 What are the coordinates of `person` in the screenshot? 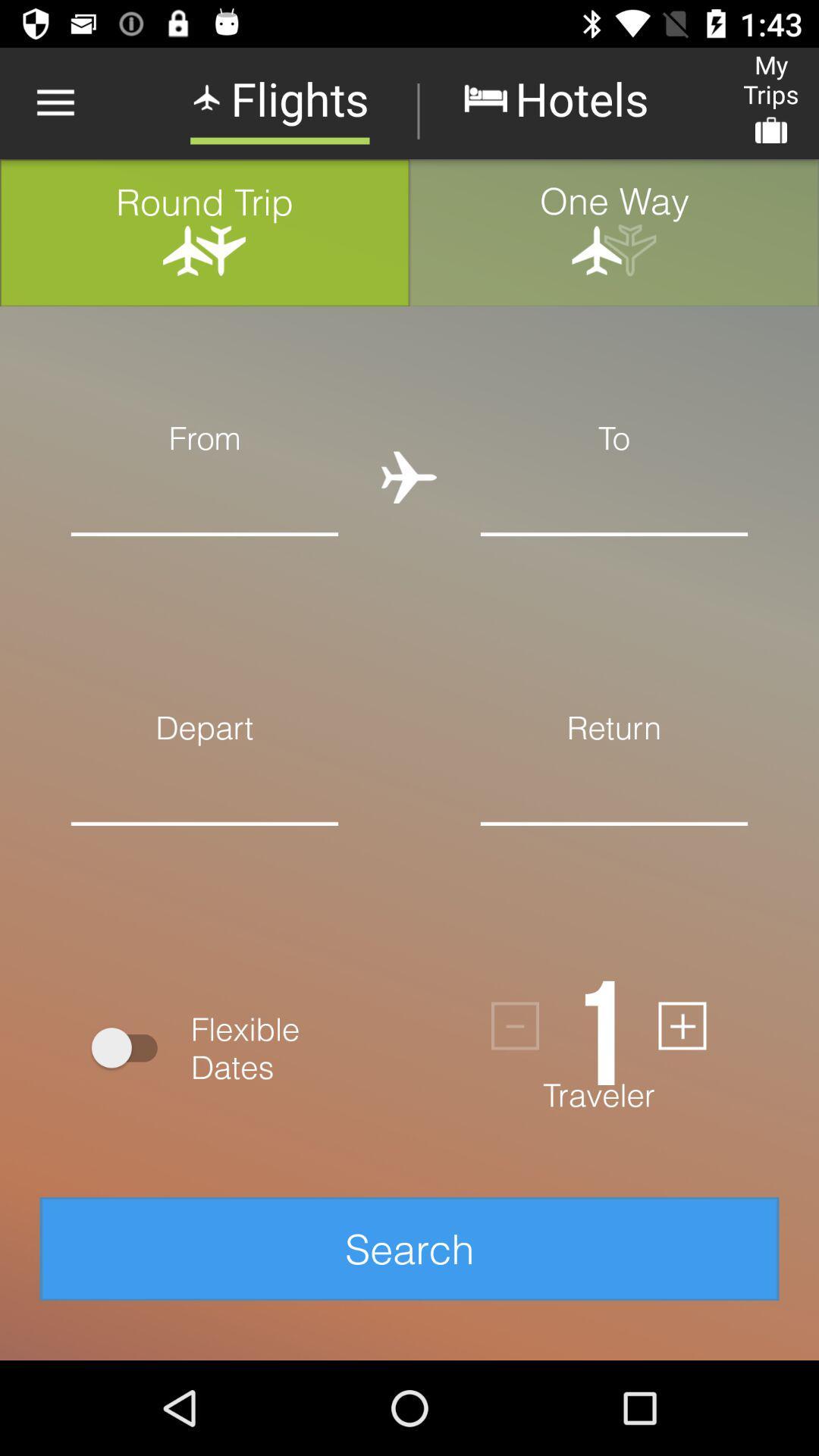 It's located at (681, 1026).